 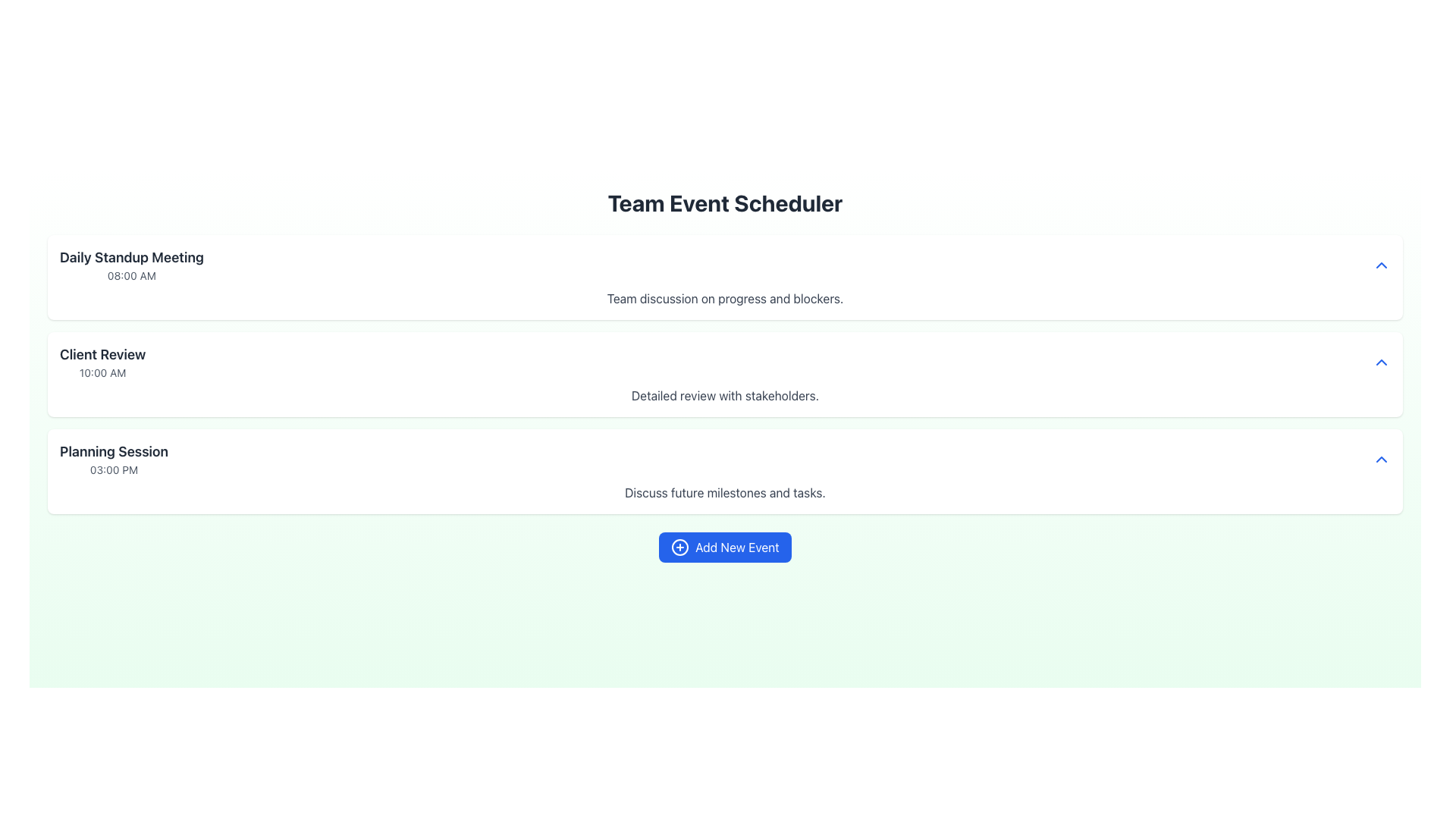 What do you see at coordinates (113, 469) in the screenshot?
I see `the text element displaying '03:00 PM' in the 'Planning Session' section, which is styled in subdued gray and smaller font size` at bounding box center [113, 469].